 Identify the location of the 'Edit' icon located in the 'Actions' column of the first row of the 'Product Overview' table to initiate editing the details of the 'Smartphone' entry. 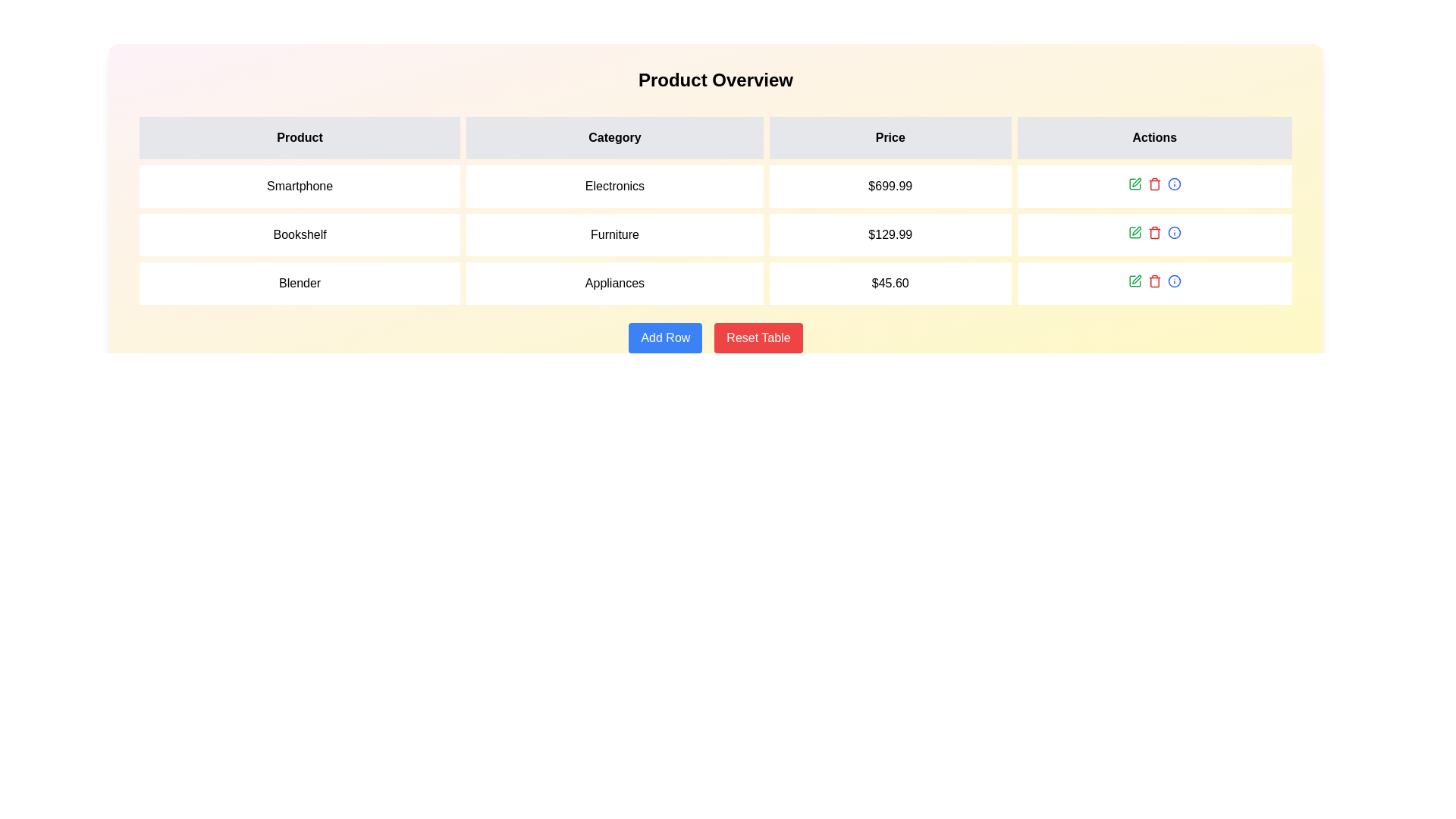
(1136, 180).